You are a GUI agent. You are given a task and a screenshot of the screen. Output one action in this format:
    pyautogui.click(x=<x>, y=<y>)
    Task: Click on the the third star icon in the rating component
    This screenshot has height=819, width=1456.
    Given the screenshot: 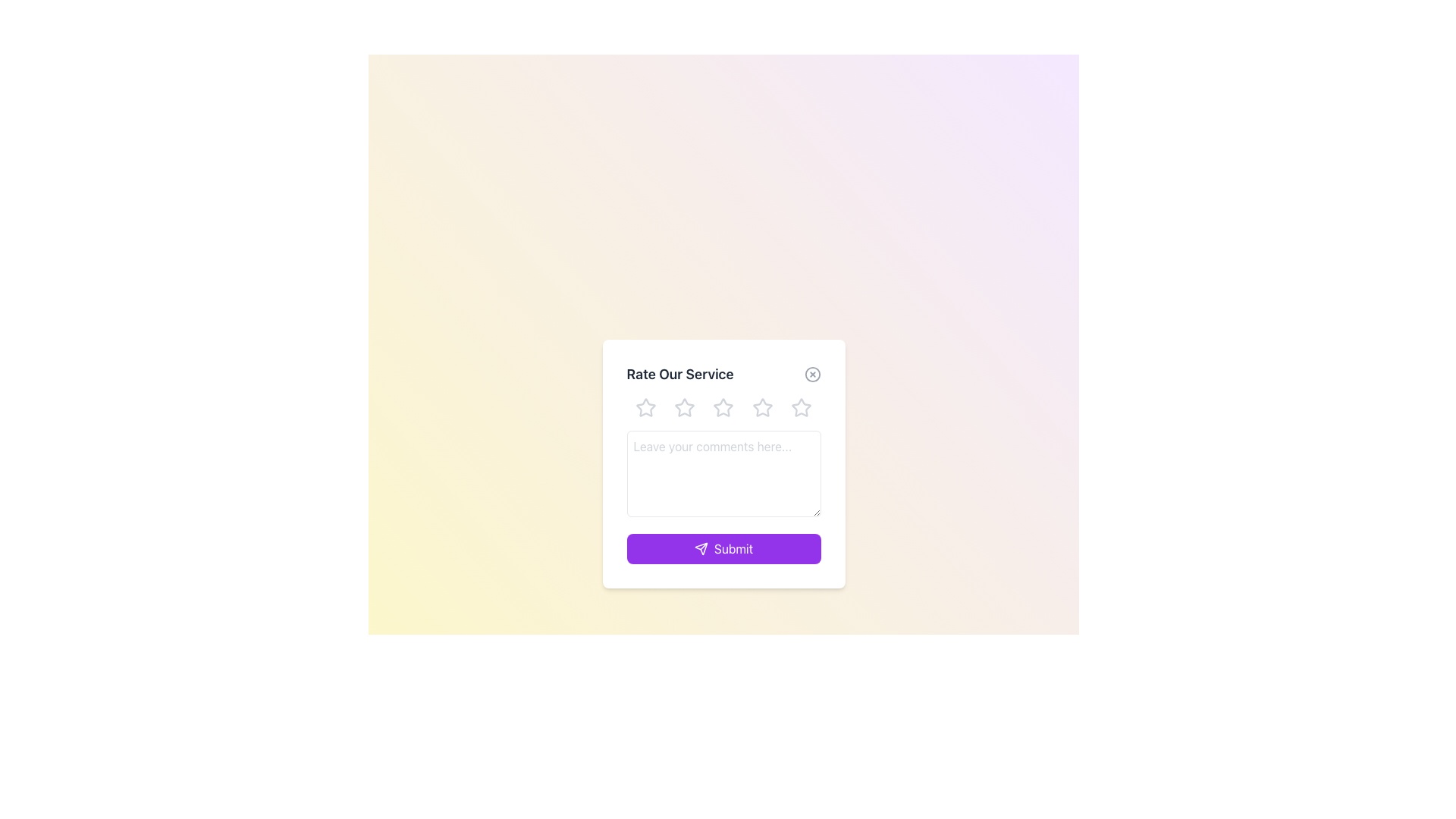 What is the action you would take?
    pyautogui.click(x=723, y=406)
    